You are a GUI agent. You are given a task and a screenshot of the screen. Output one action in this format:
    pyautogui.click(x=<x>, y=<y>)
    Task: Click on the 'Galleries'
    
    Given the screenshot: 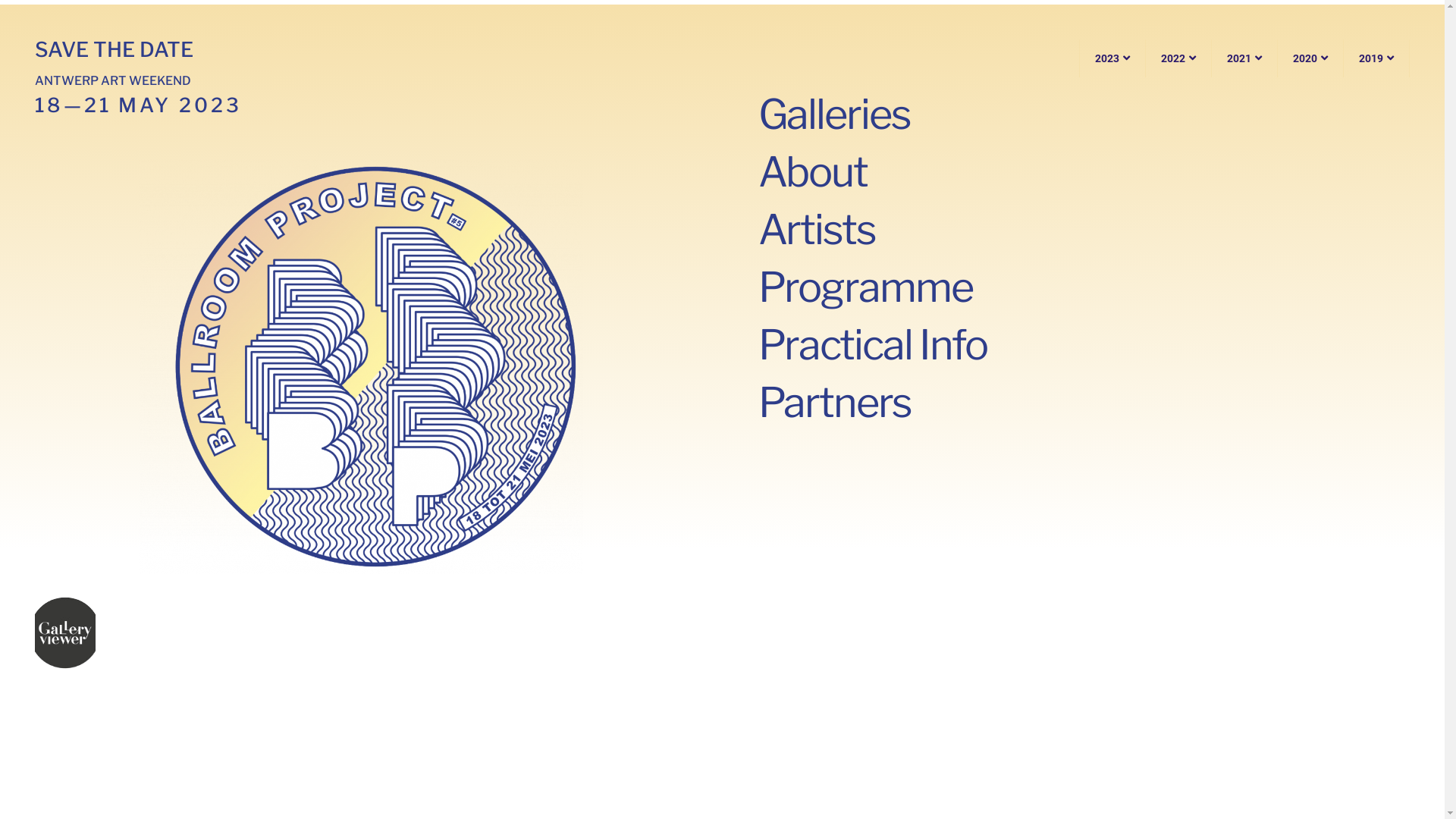 What is the action you would take?
    pyautogui.click(x=833, y=113)
    